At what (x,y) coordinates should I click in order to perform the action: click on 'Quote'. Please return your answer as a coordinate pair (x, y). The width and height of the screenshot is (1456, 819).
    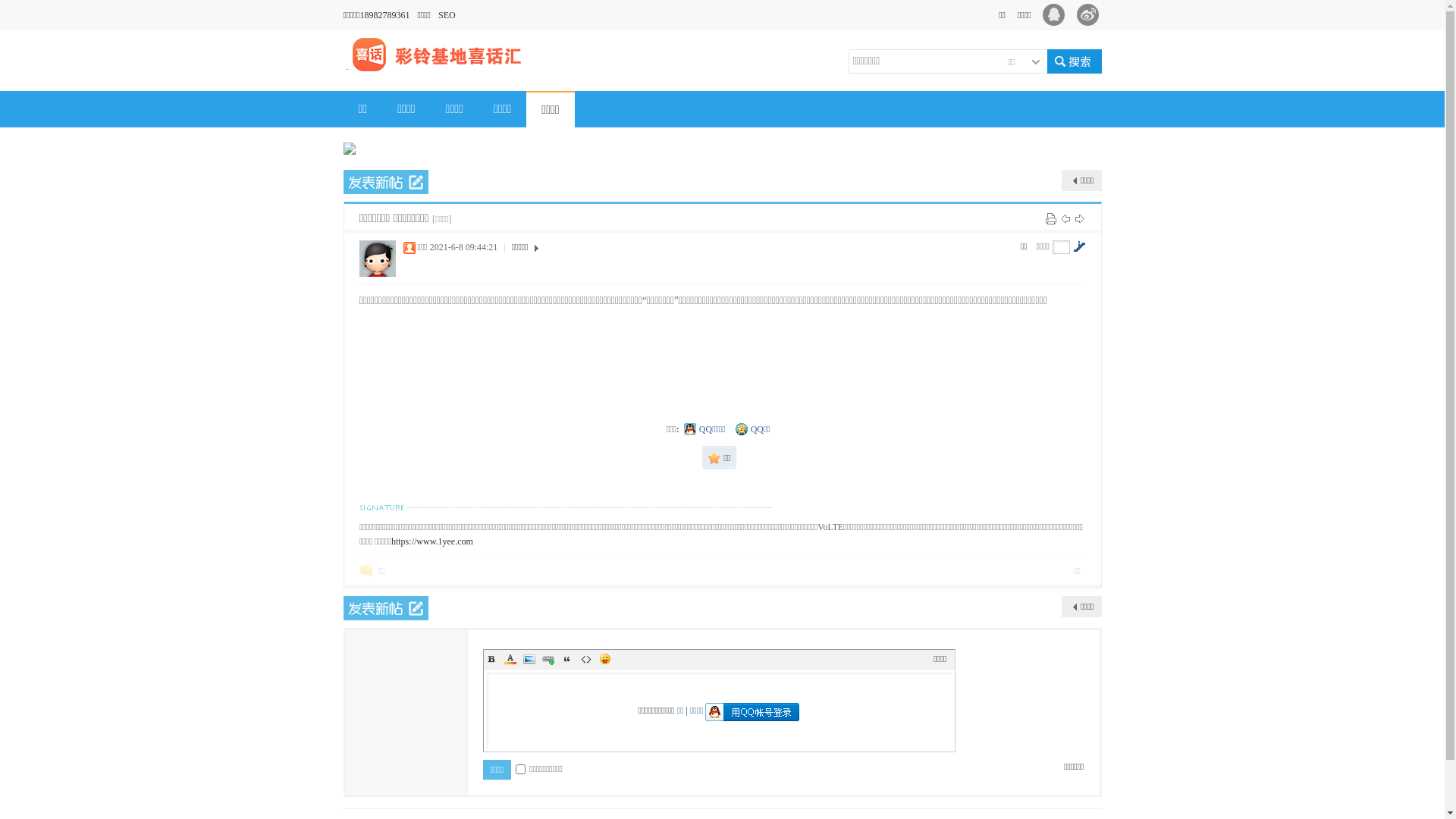
    Looking at the image, I should click on (566, 657).